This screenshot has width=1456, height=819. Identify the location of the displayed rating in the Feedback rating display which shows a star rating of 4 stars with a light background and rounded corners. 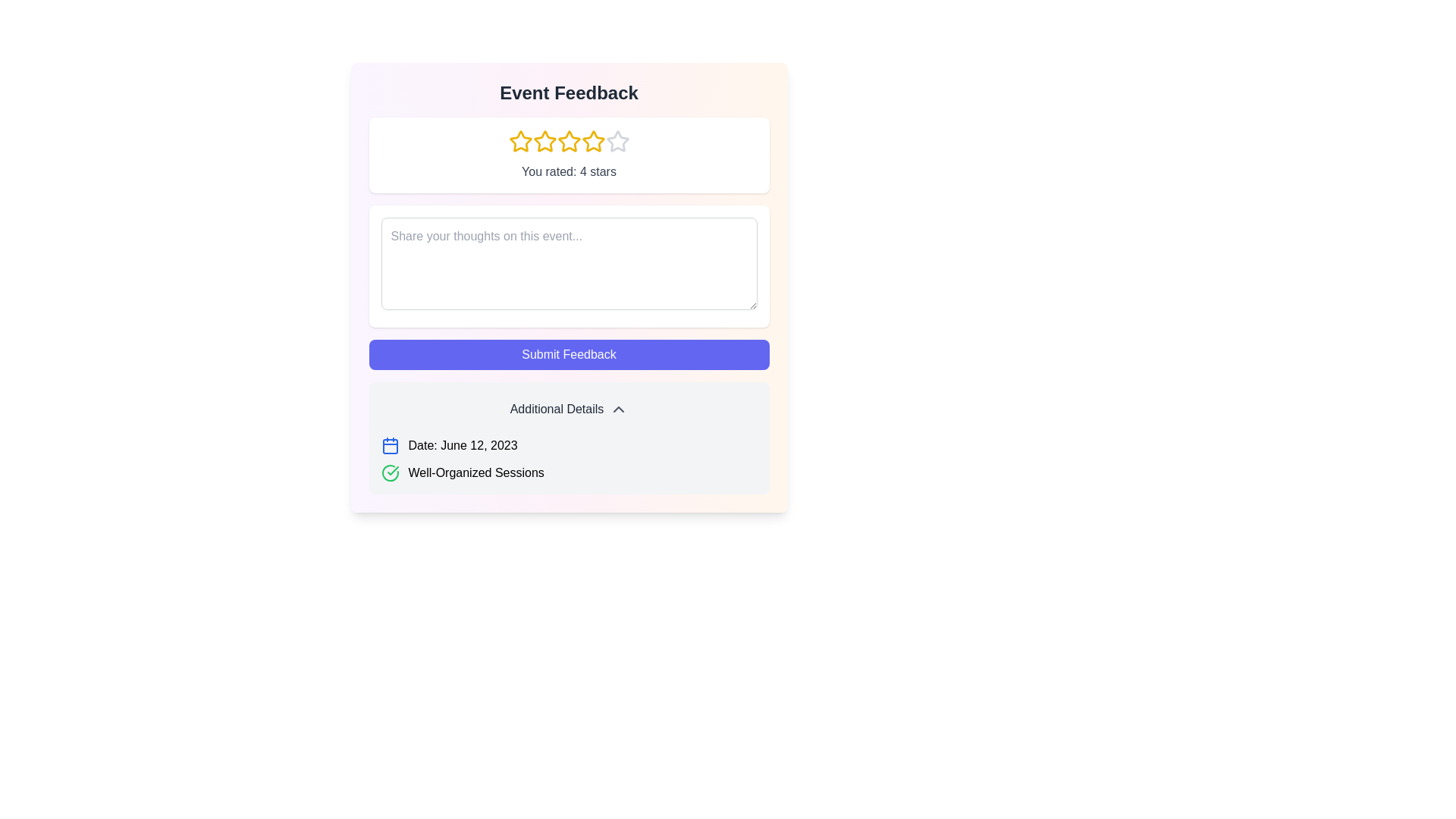
(568, 155).